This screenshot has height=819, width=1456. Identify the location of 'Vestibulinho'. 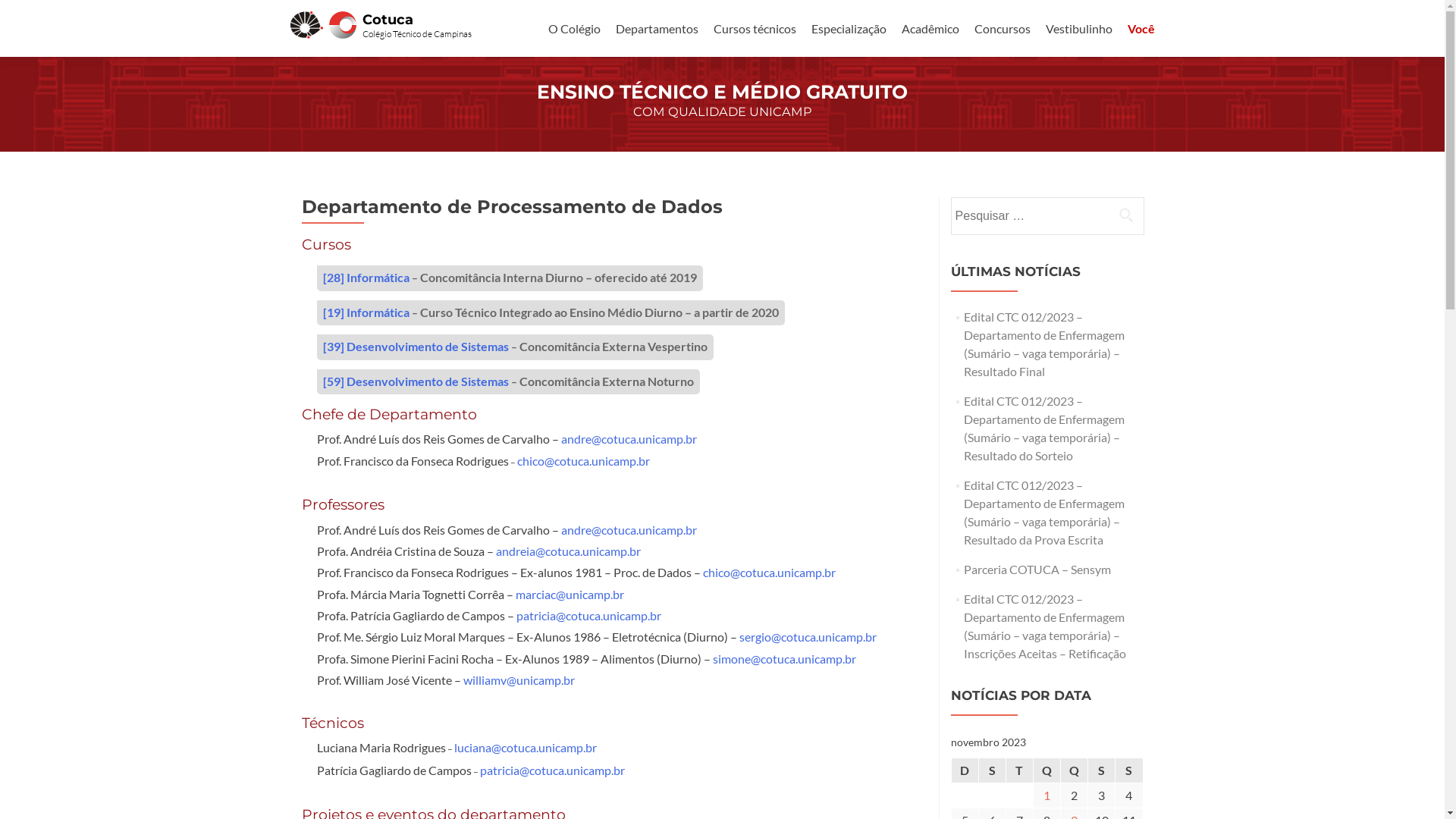
(1043, 28).